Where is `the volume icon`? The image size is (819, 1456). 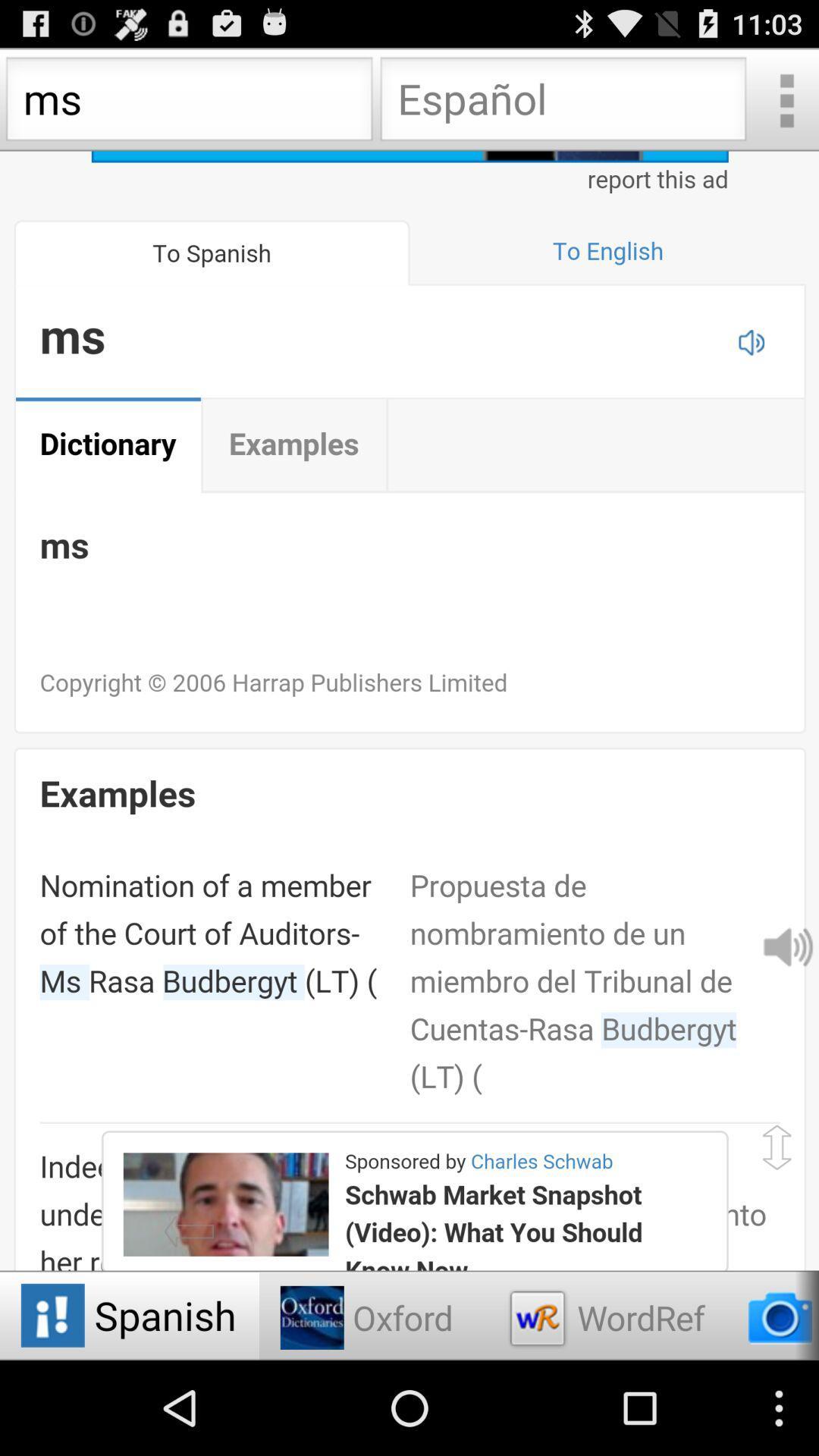
the volume icon is located at coordinates (786, 1012).